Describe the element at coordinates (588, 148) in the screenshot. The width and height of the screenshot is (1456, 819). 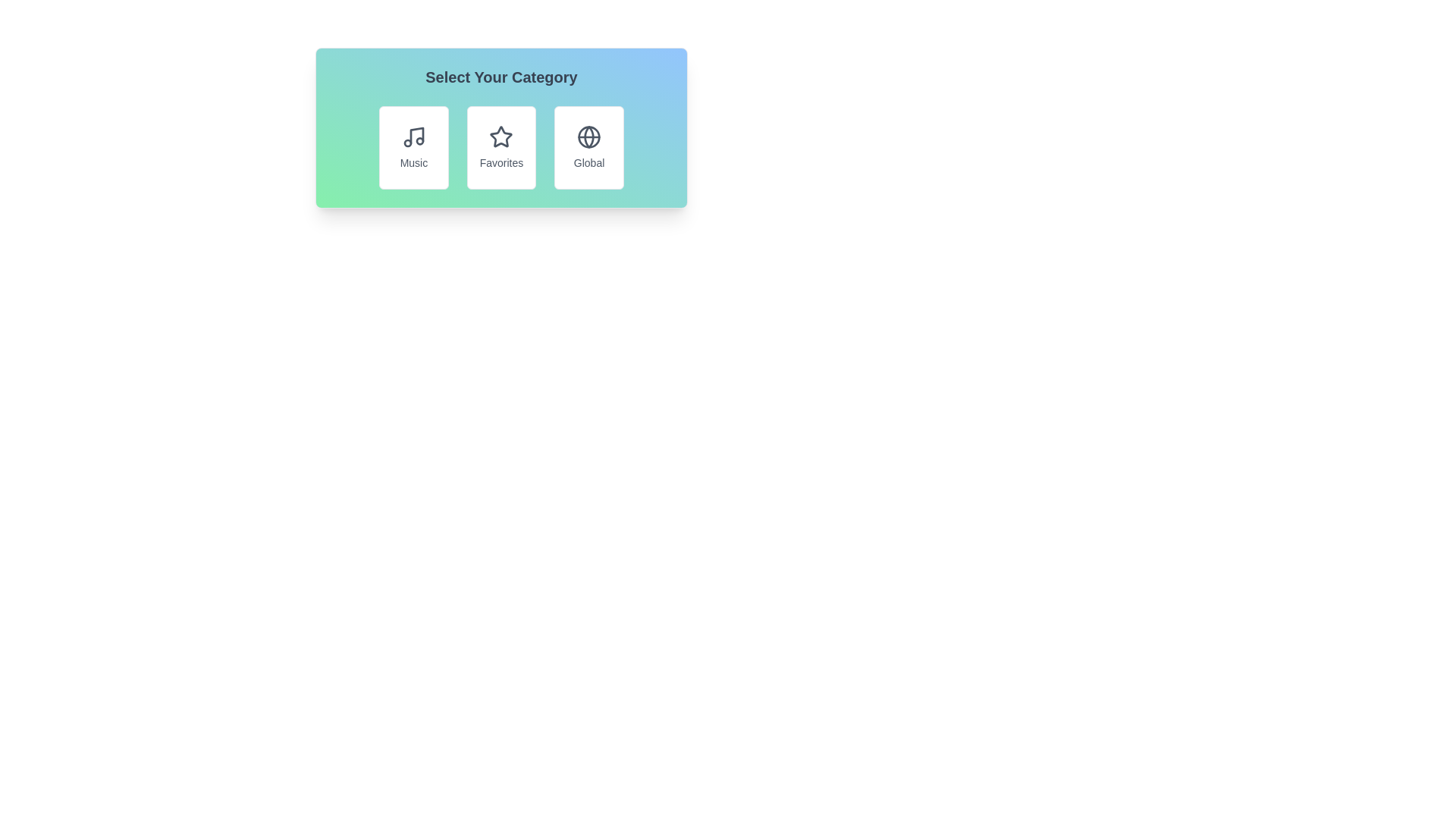
I see `the button labeled 'Global' which is located in the rightmost position under the heading 'Select Your Category'` at that location.